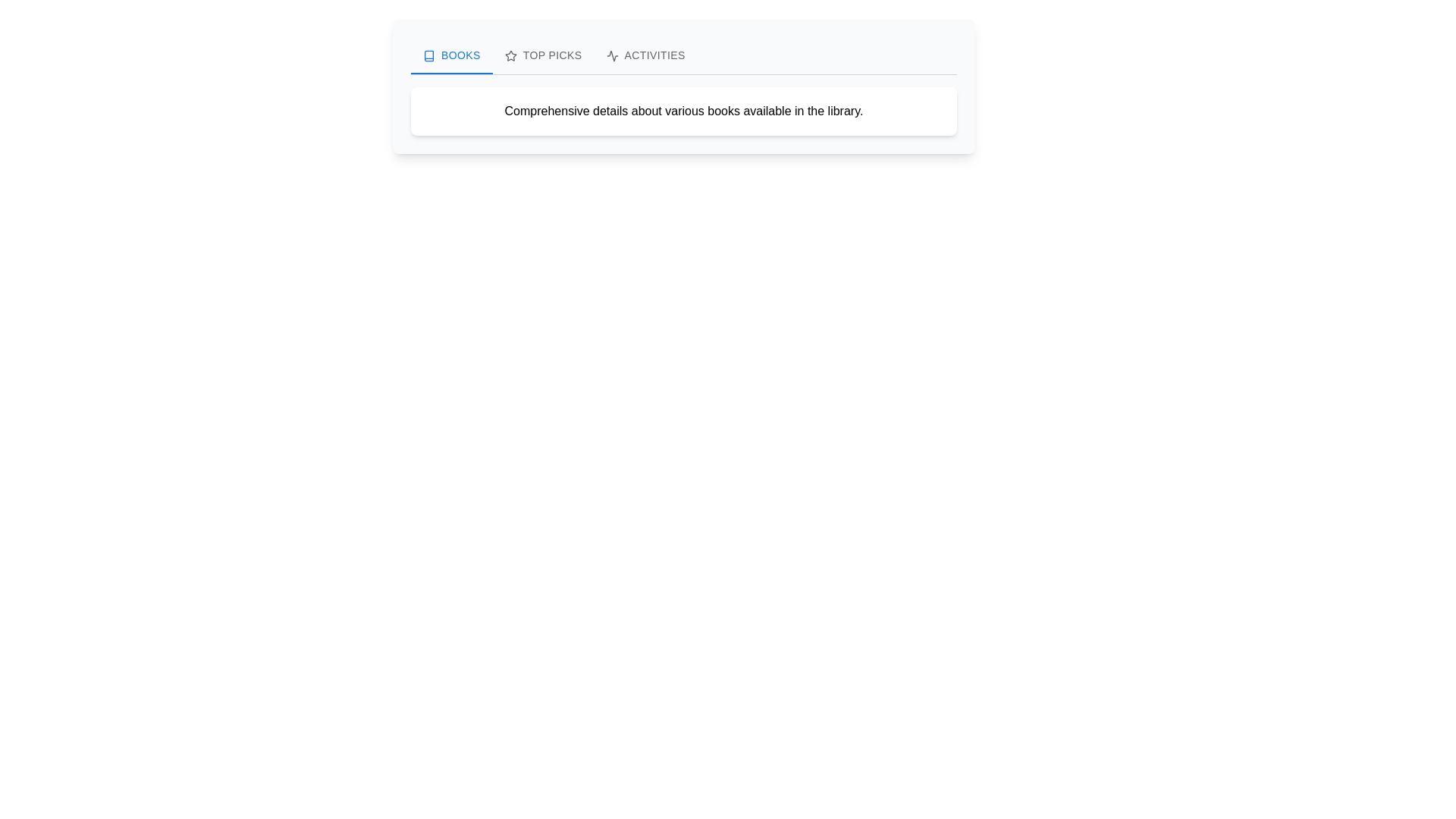 The image size is (1456, 819). What do you see at coordinates (510, 55) in the screenshot?
I see `the star-shaped vector graphic that represents the 'TOP PICKS' tab in the navigation area to facilitate navigation` at bounding box center [510, 55].